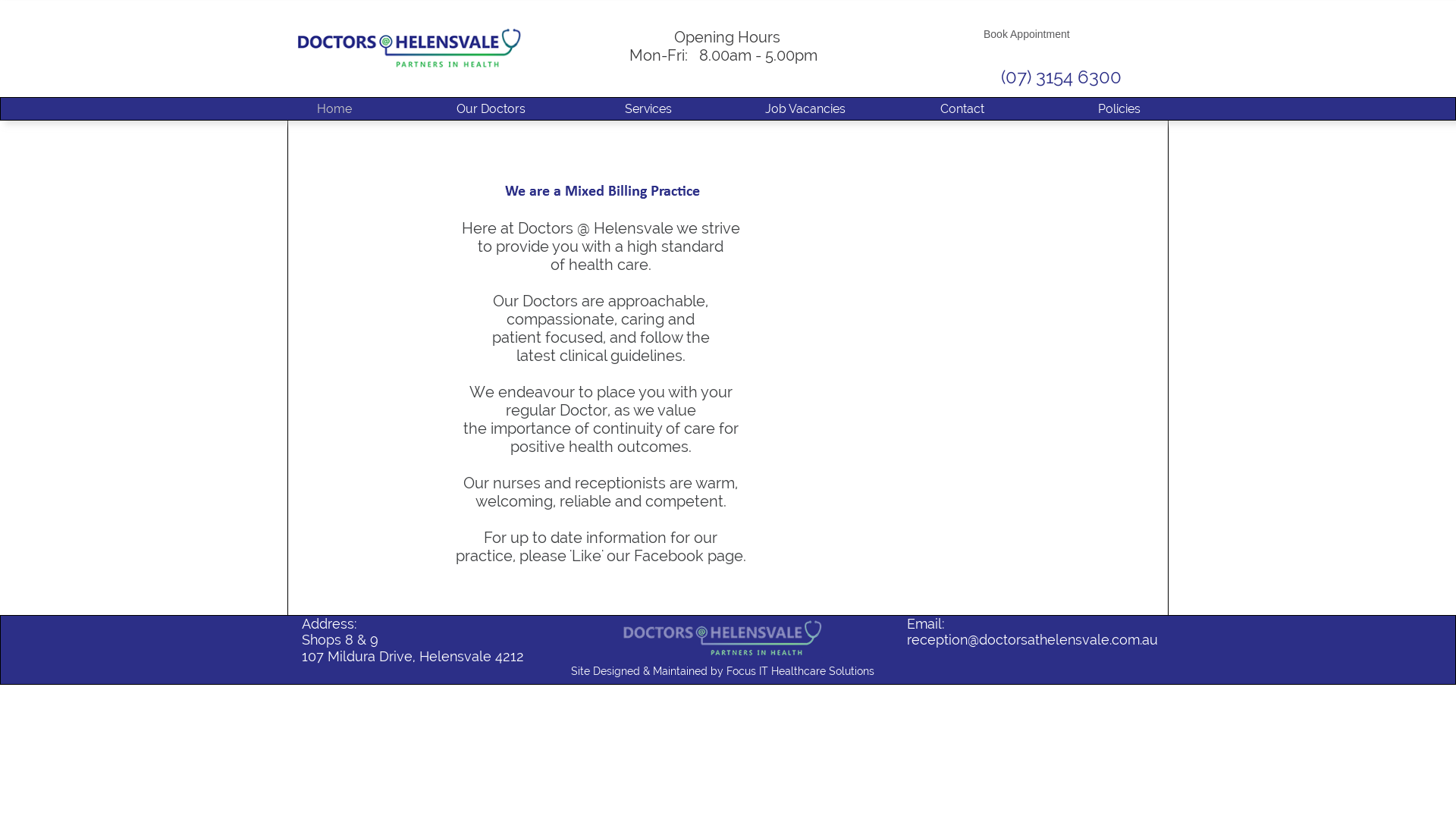 The image size is (1456, 819). Describe the element at coordinates (1026, 34) in the screenshot. I see `'Book Appointment'` at that location.